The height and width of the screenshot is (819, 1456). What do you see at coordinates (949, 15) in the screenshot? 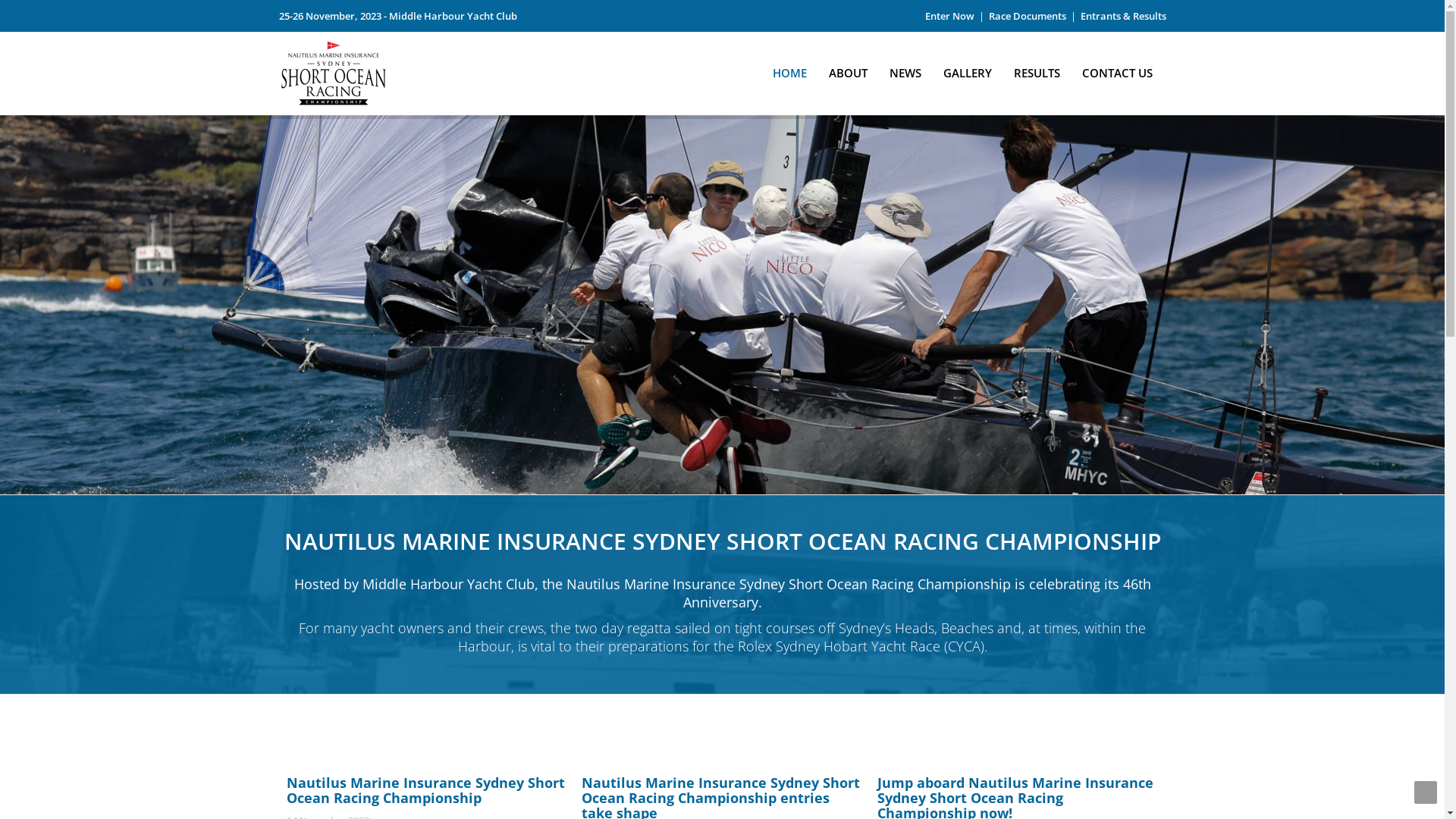
I see `'Enter Now'` at bounding box center [949, 15].